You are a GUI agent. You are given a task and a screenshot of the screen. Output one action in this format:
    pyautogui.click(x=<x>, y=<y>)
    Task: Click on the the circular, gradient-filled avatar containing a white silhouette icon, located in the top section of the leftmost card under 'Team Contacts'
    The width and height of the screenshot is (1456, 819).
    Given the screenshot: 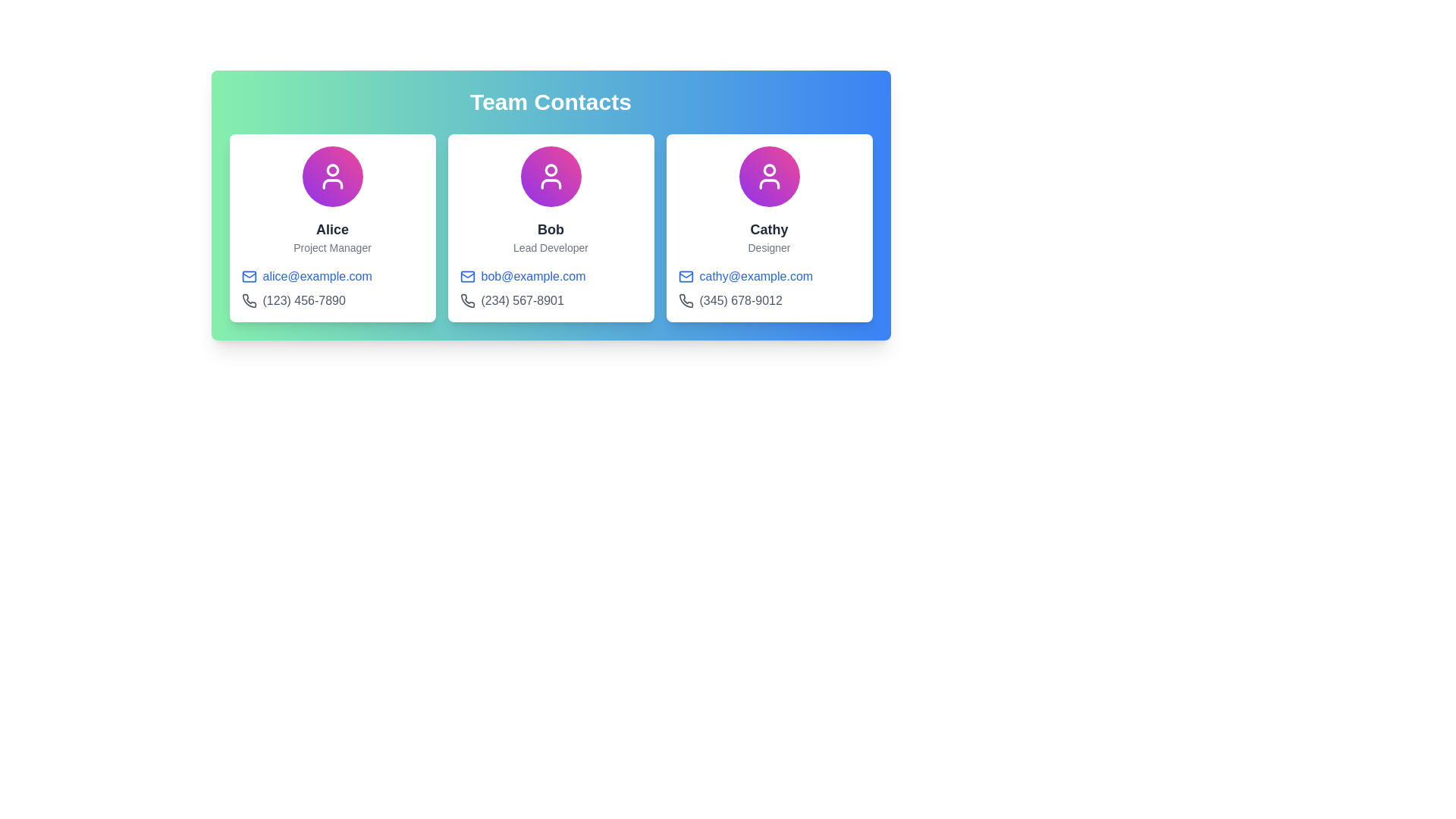 What is the action you would take?
    pyautogui.click(x=331, y=175)
    